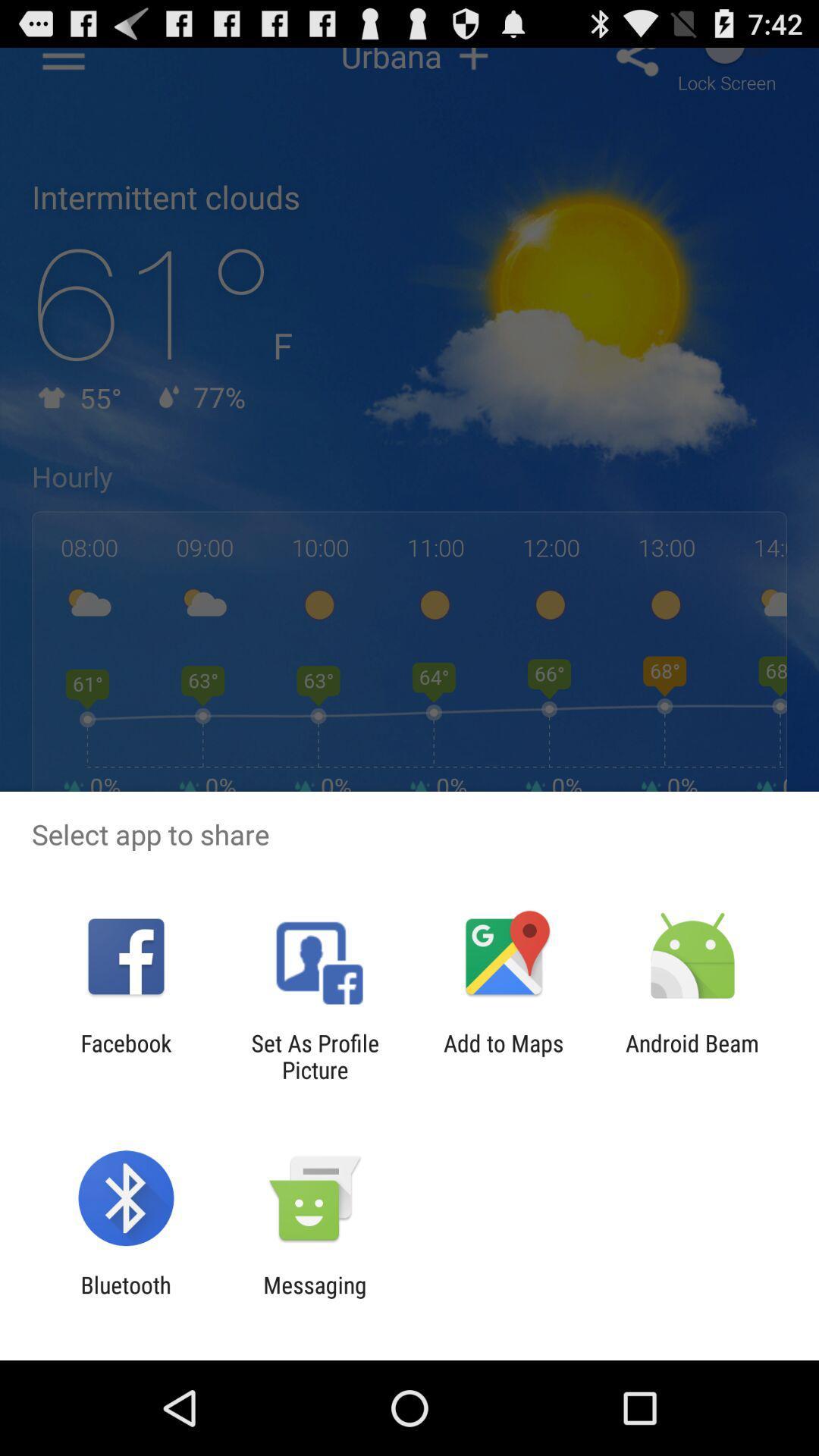  What do you see at coordinates (692, 1056) in the screenshot?
I see `the item next to add to maps icon` at bounding box center [692, 1056].